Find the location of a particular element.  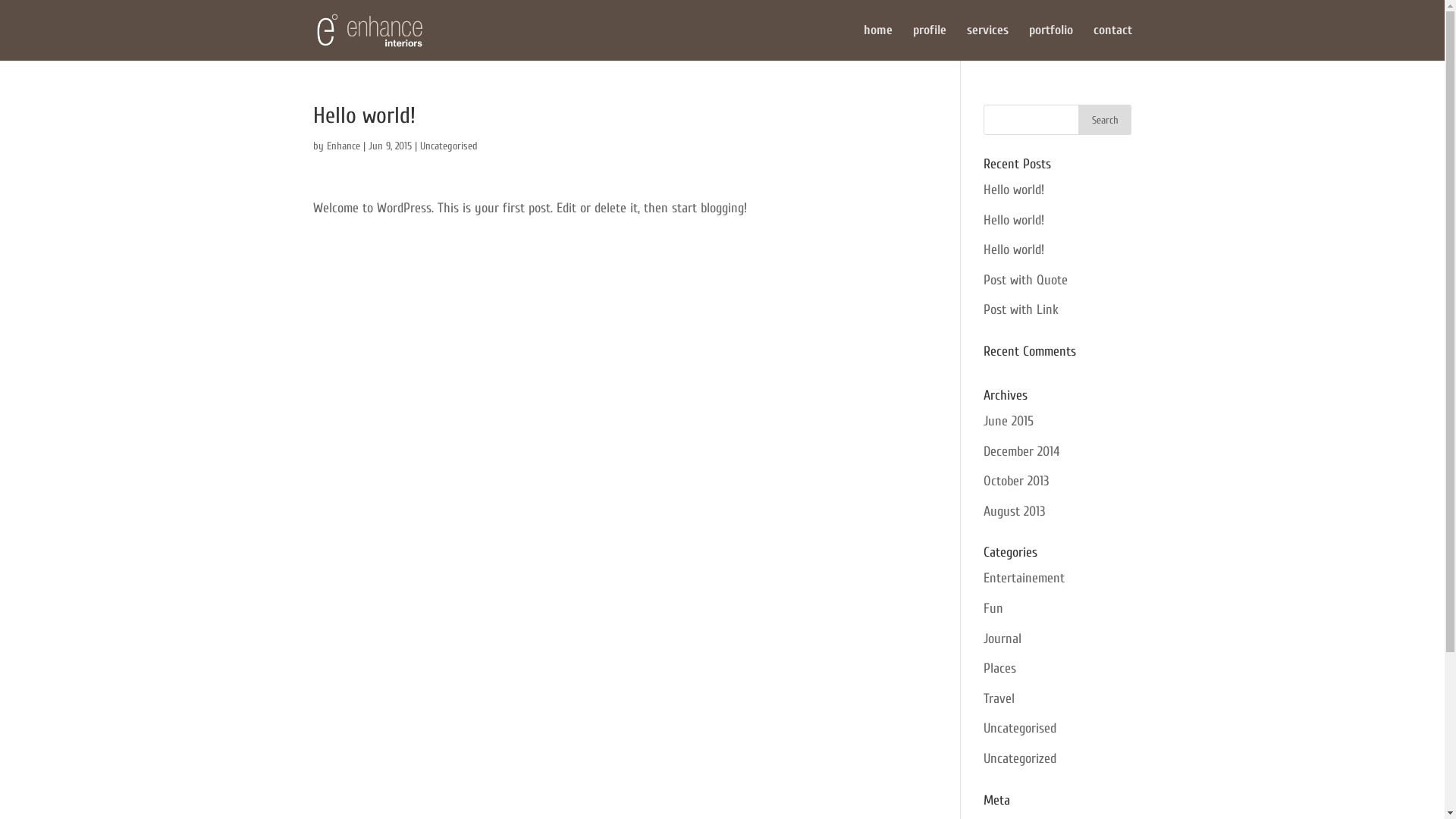

'home' is located at coordinates (877, 42).